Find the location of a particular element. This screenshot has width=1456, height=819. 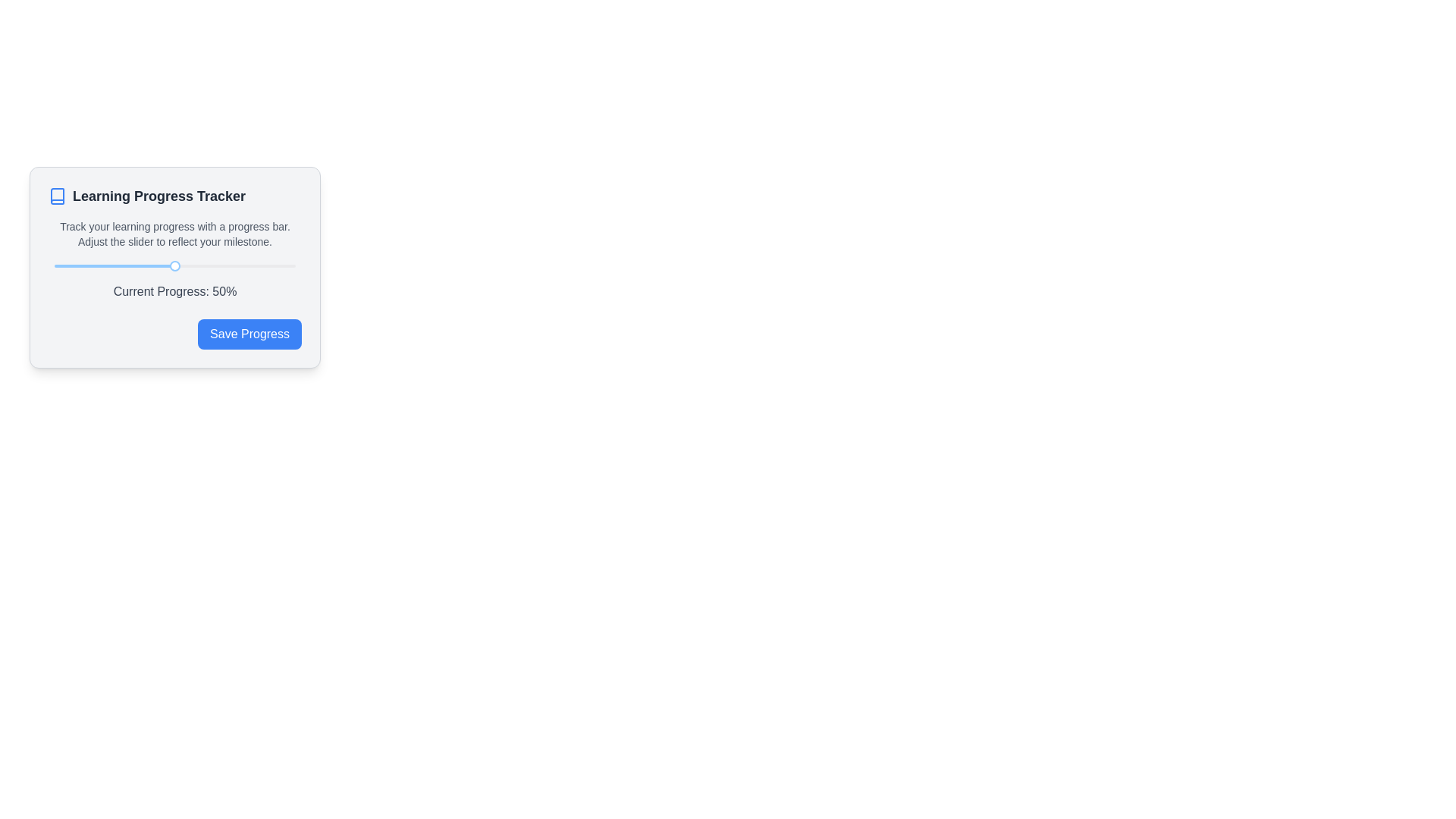

the static text label displaying 'Current Progress: 50%', which is positioned below the slider in the 'Learning Progress Tracker' card is located at coordinates (174, 292).